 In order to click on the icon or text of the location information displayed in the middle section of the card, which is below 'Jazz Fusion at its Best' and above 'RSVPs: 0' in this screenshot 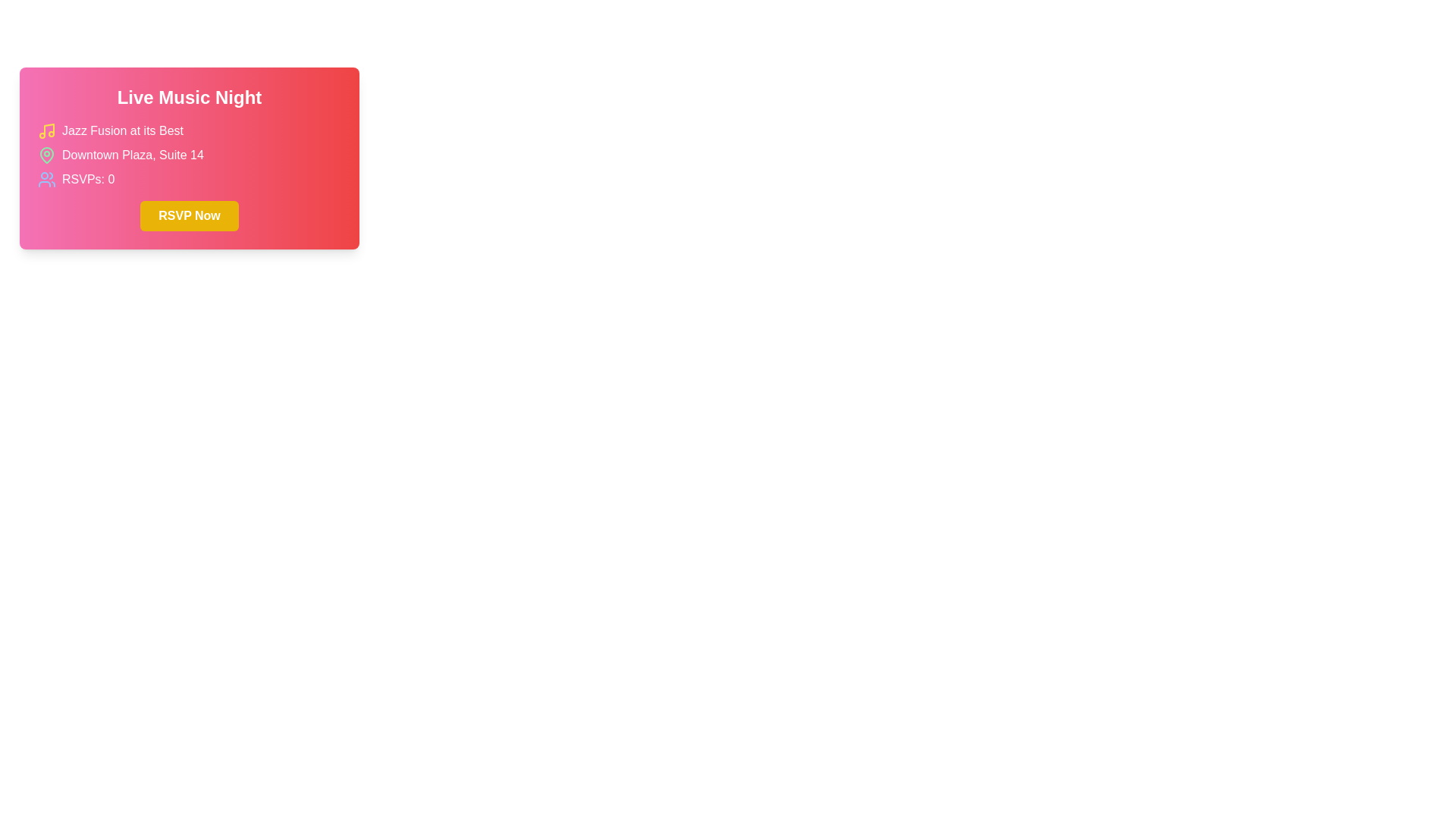, I will do `click(188, 155)`.